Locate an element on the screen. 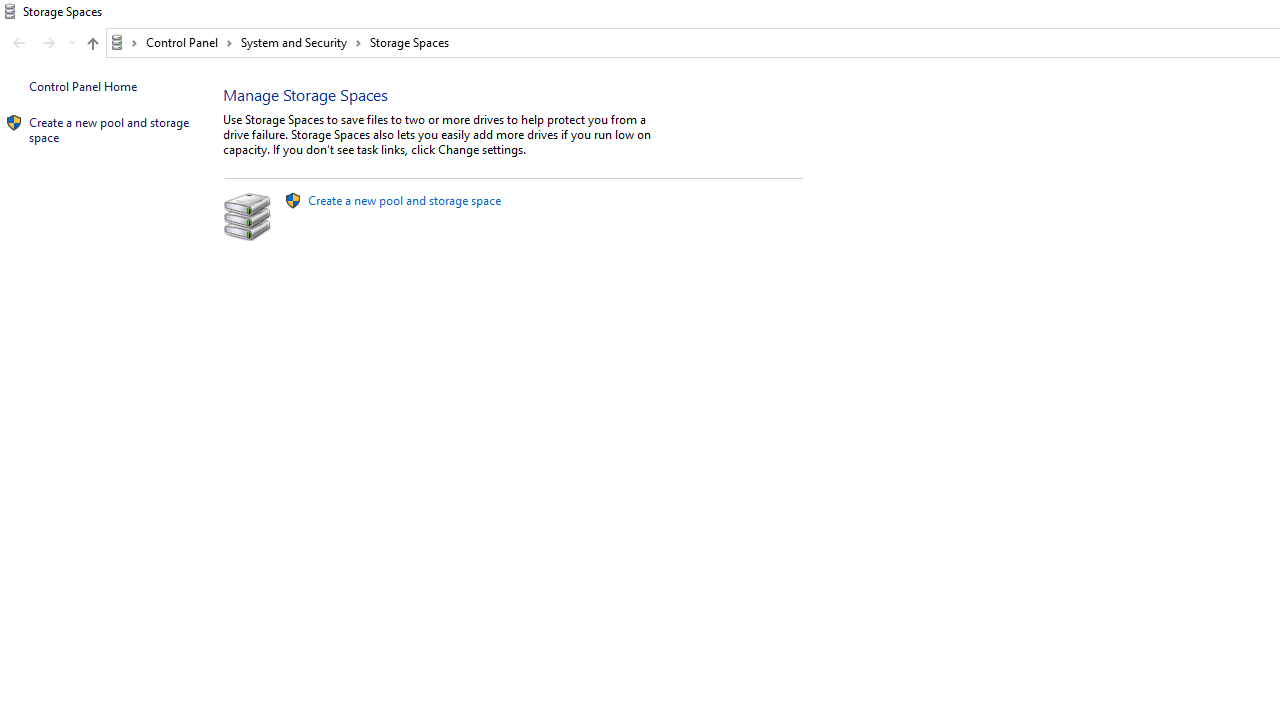 The height and width of the screenshot is (720, 1280). 'Forward (Alt + Right Arrow)' is located at coordinates (49, 43).